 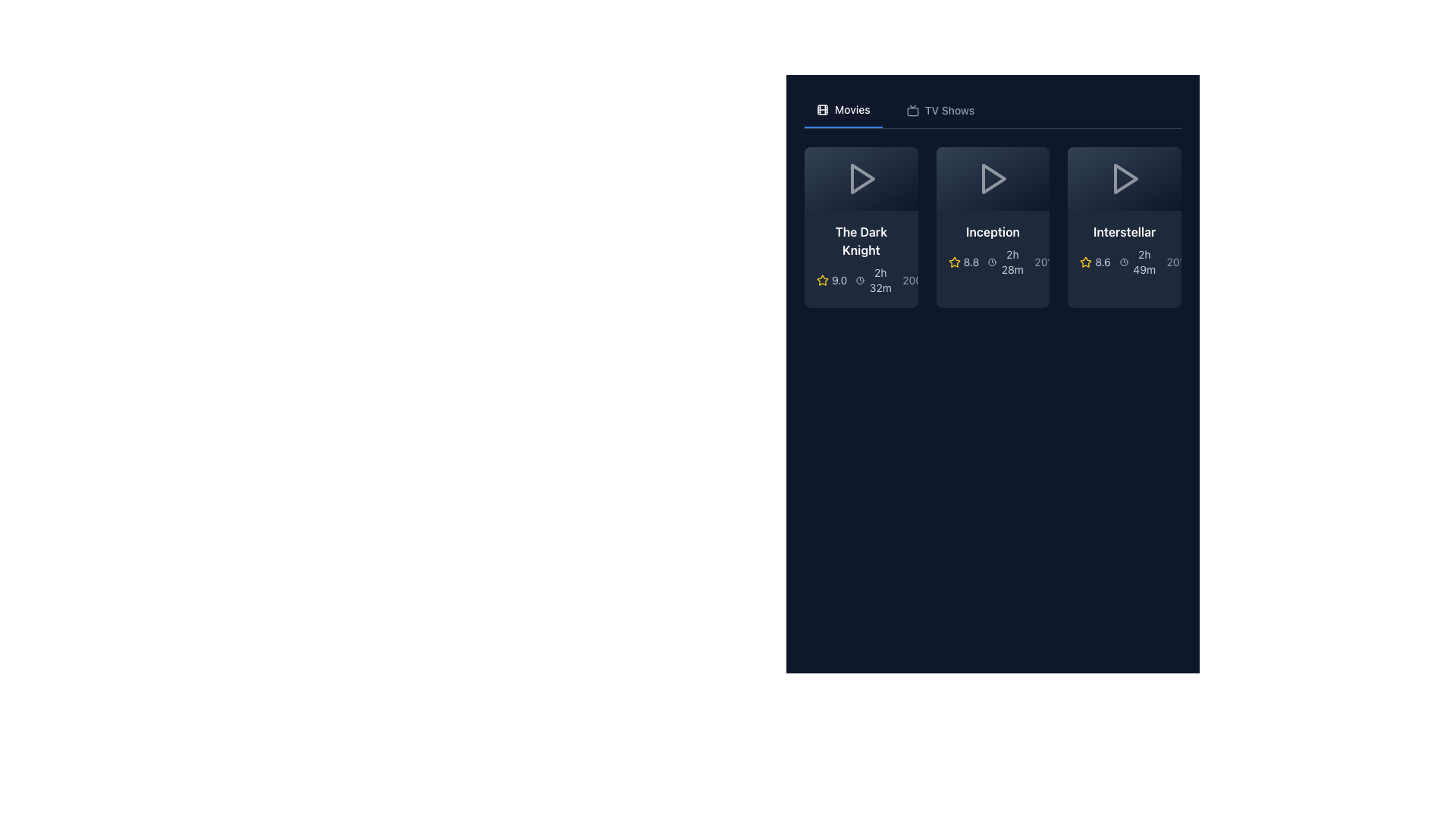 I want to click on the star icon located in the 'Interstellar' movie card, which is positioned beneath the movie title to interact with its associated functionality, so click(x=1085, y=261).